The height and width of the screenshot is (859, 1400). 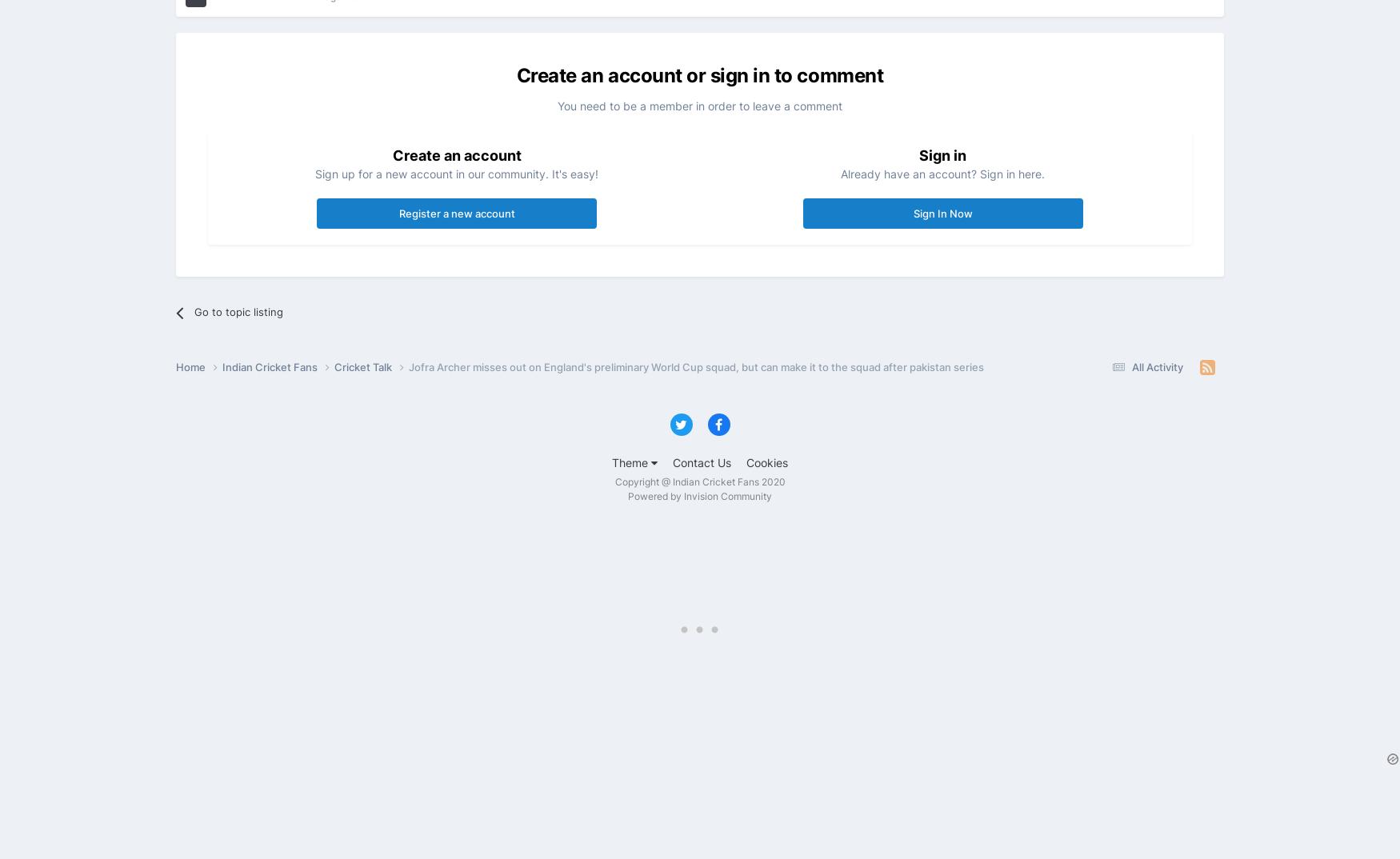 I want to click on 'Sign in', so click(x=942, y=154).